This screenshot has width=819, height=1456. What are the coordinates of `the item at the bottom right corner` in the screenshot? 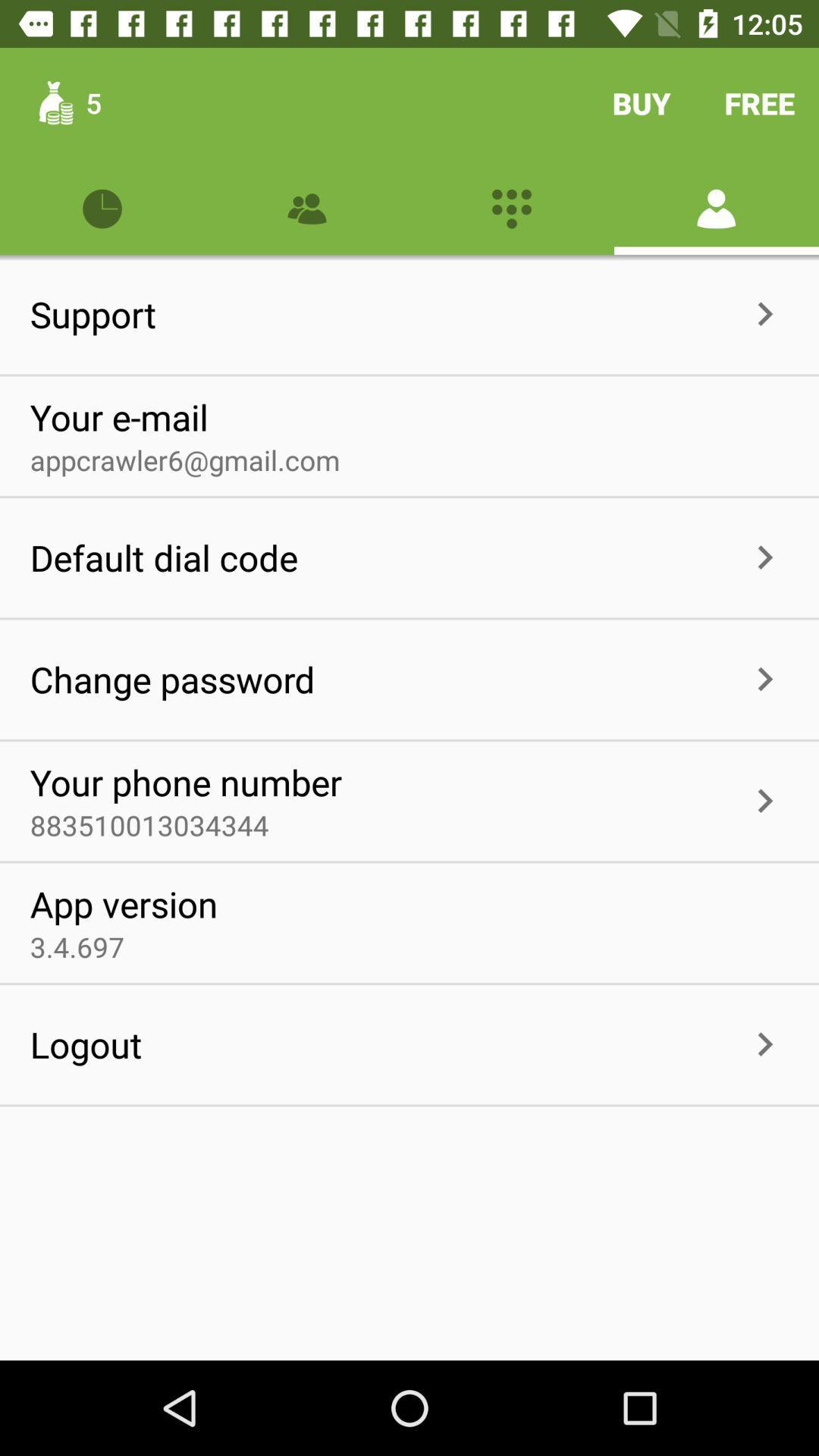 It's located at (764, 1043).